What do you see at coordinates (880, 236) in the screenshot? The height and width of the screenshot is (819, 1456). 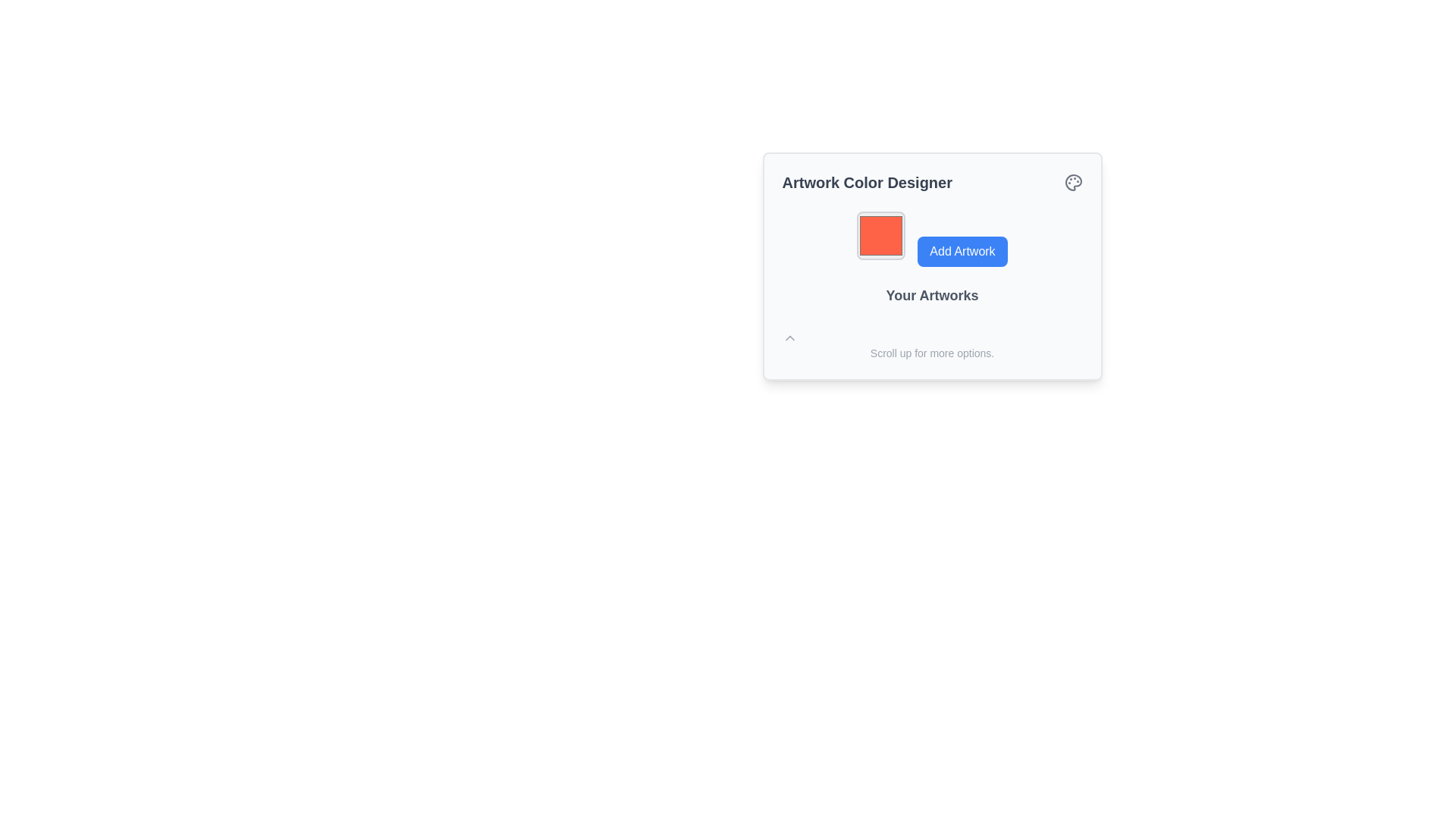 I see `on the color picker located in the 'Add Artwork' section` at bounding box center [880, 236].